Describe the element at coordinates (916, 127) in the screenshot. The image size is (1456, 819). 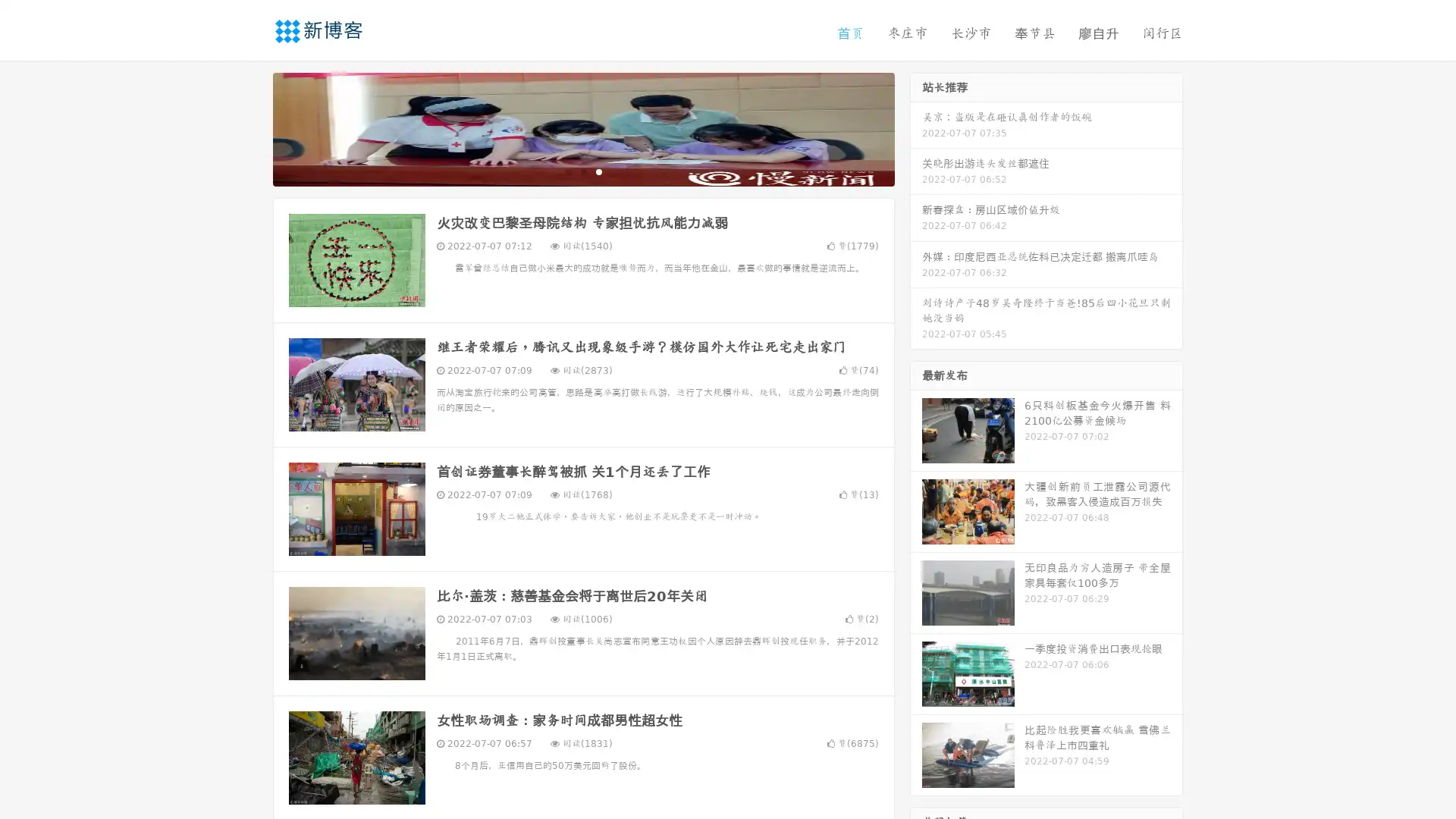
I see `Next slide` at that location.